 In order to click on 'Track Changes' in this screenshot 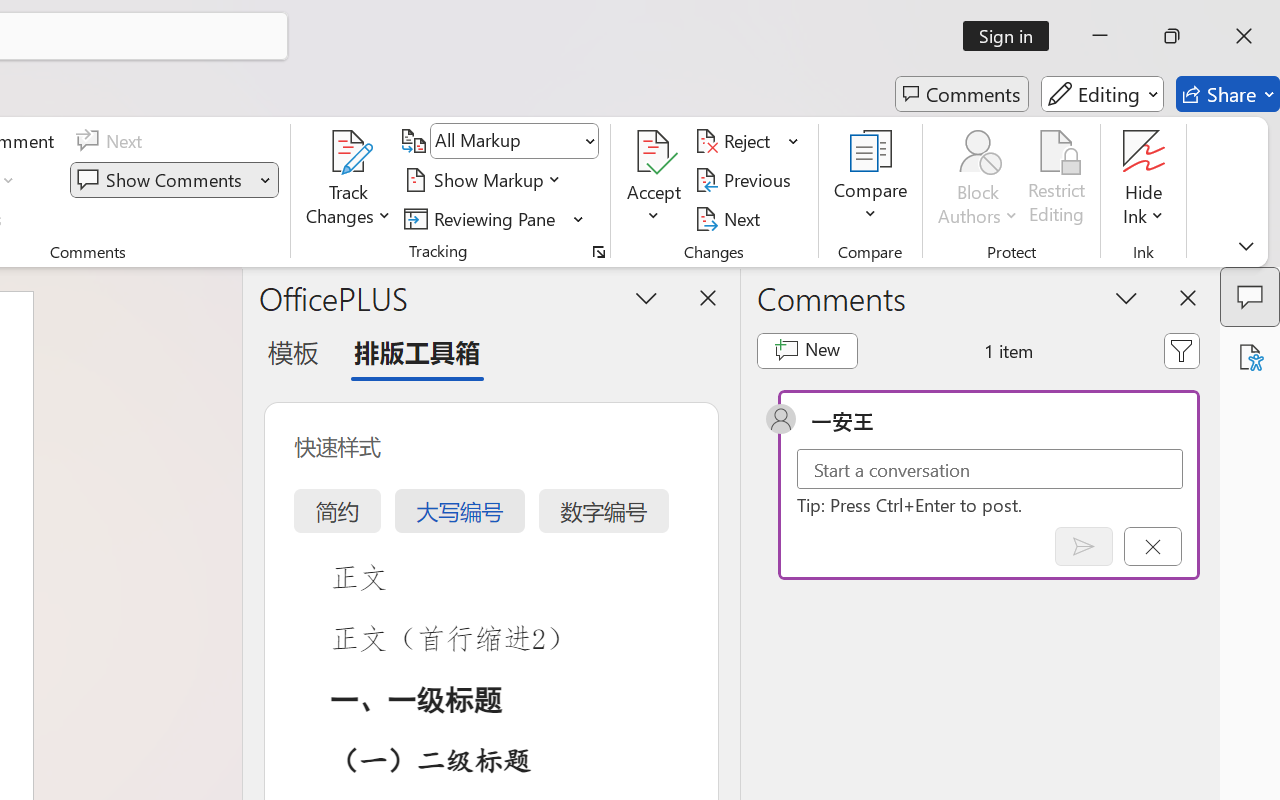, I will do `click(349, 179)`.